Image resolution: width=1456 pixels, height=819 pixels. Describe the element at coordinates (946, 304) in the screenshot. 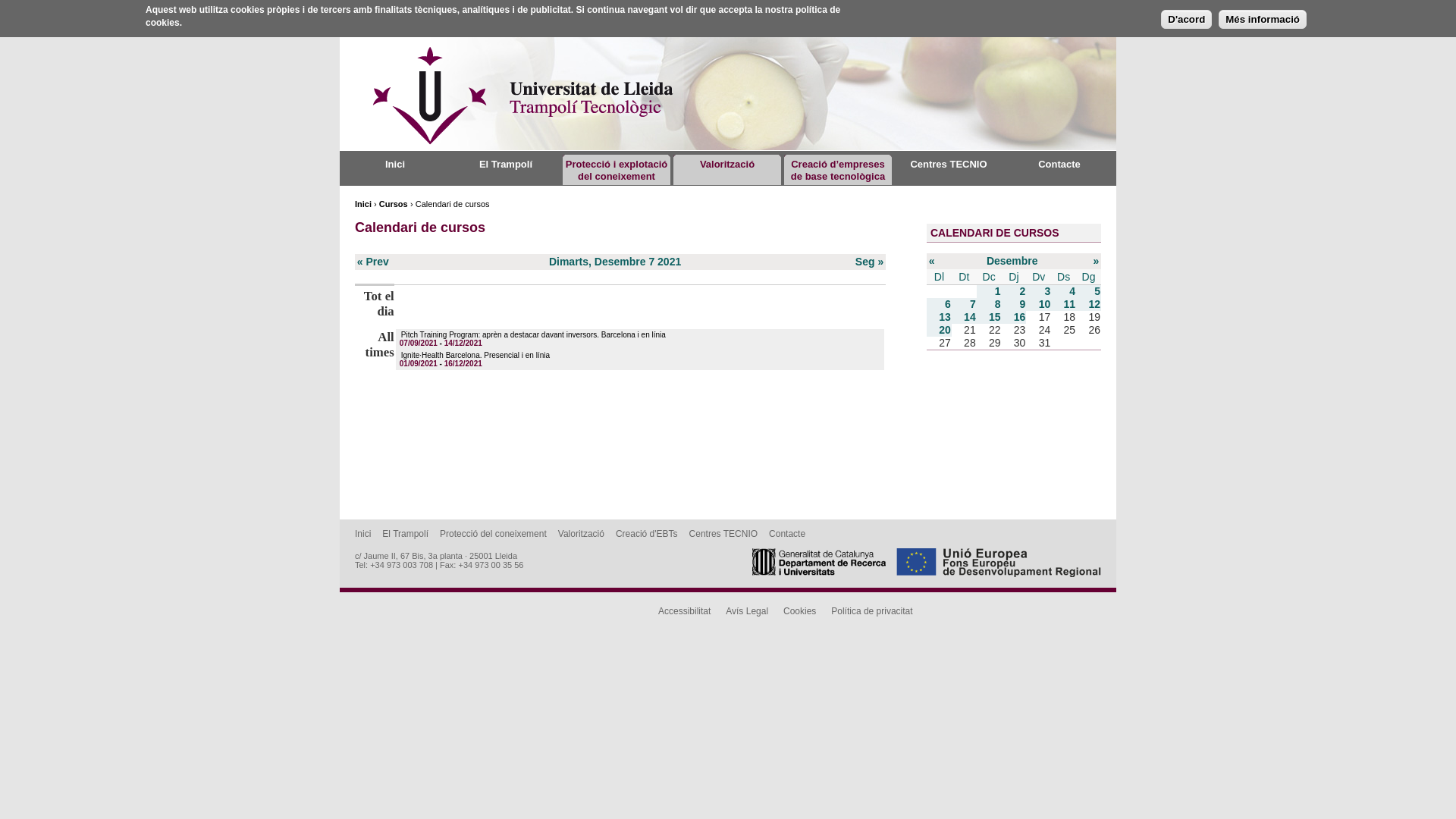

I see `'6'` at that location.